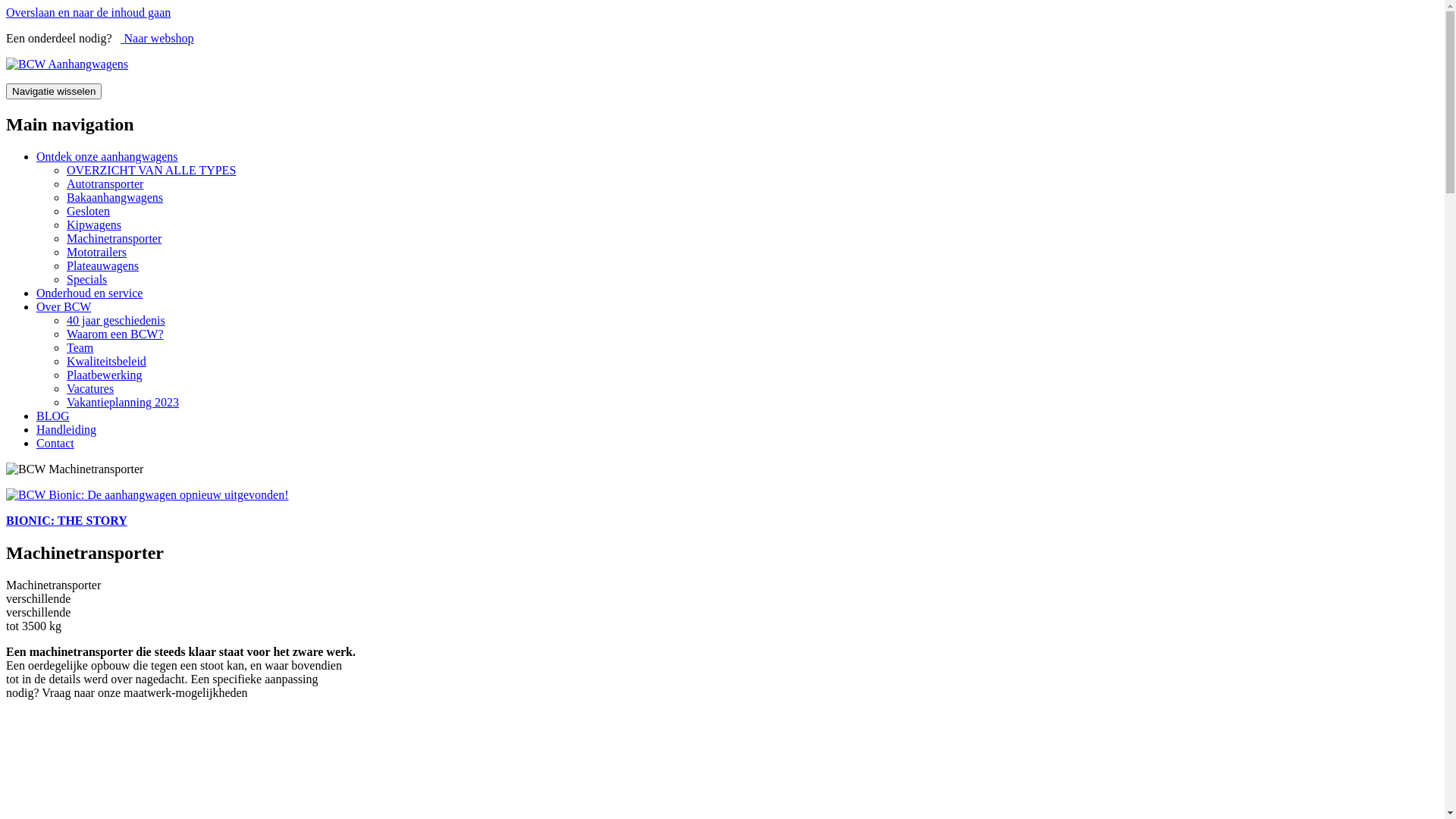 The image size is (1456, 819). I want to click on 'Plateauwagens', so click(102, 265).